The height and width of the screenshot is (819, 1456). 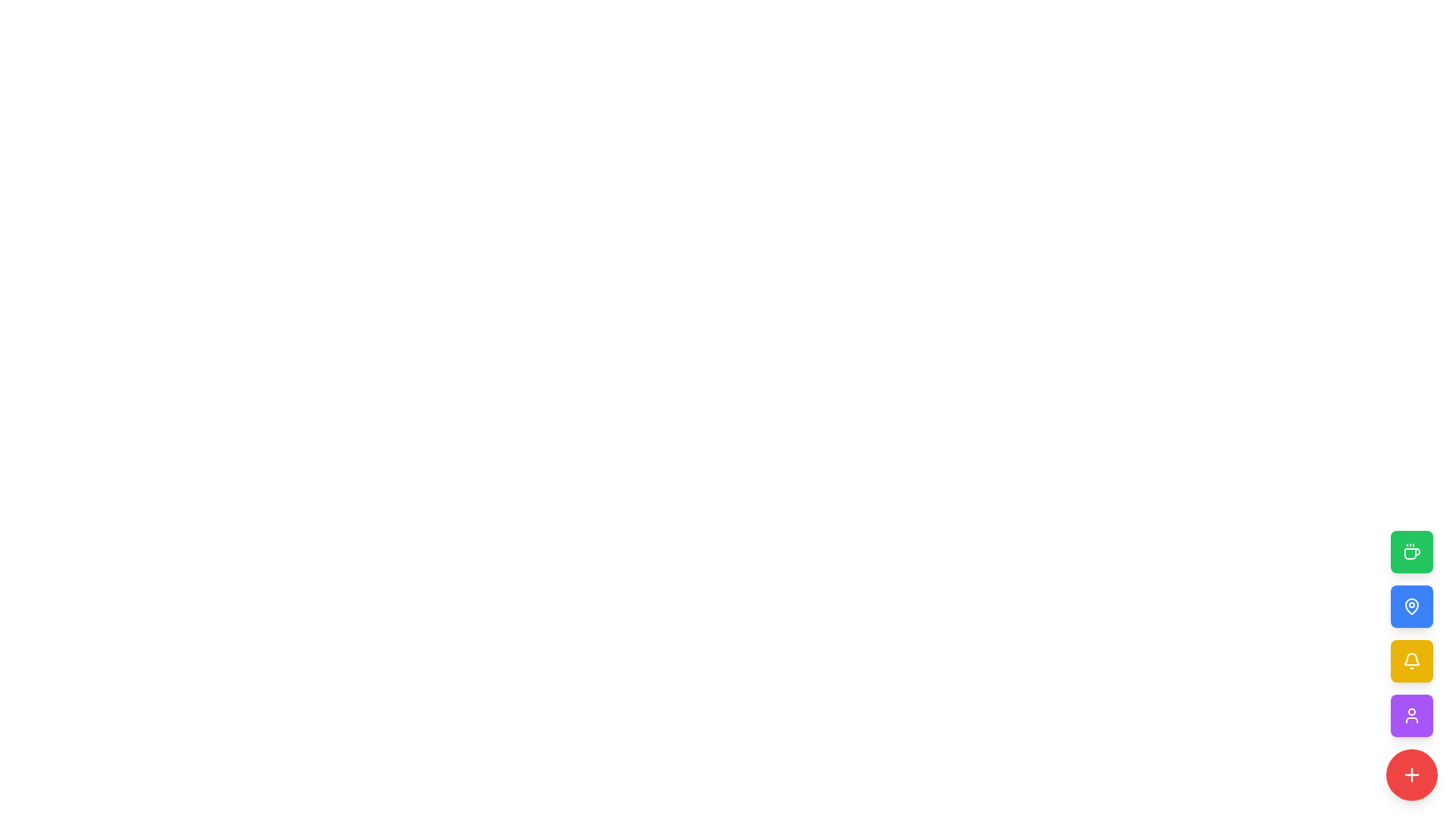 What do you see at coordinates (1411, 716) in the screenshot?
I see `the user profile icon located within the fourth vertical button in a purple rectangular button with rounded corners` at bounding box center [1411, 716].